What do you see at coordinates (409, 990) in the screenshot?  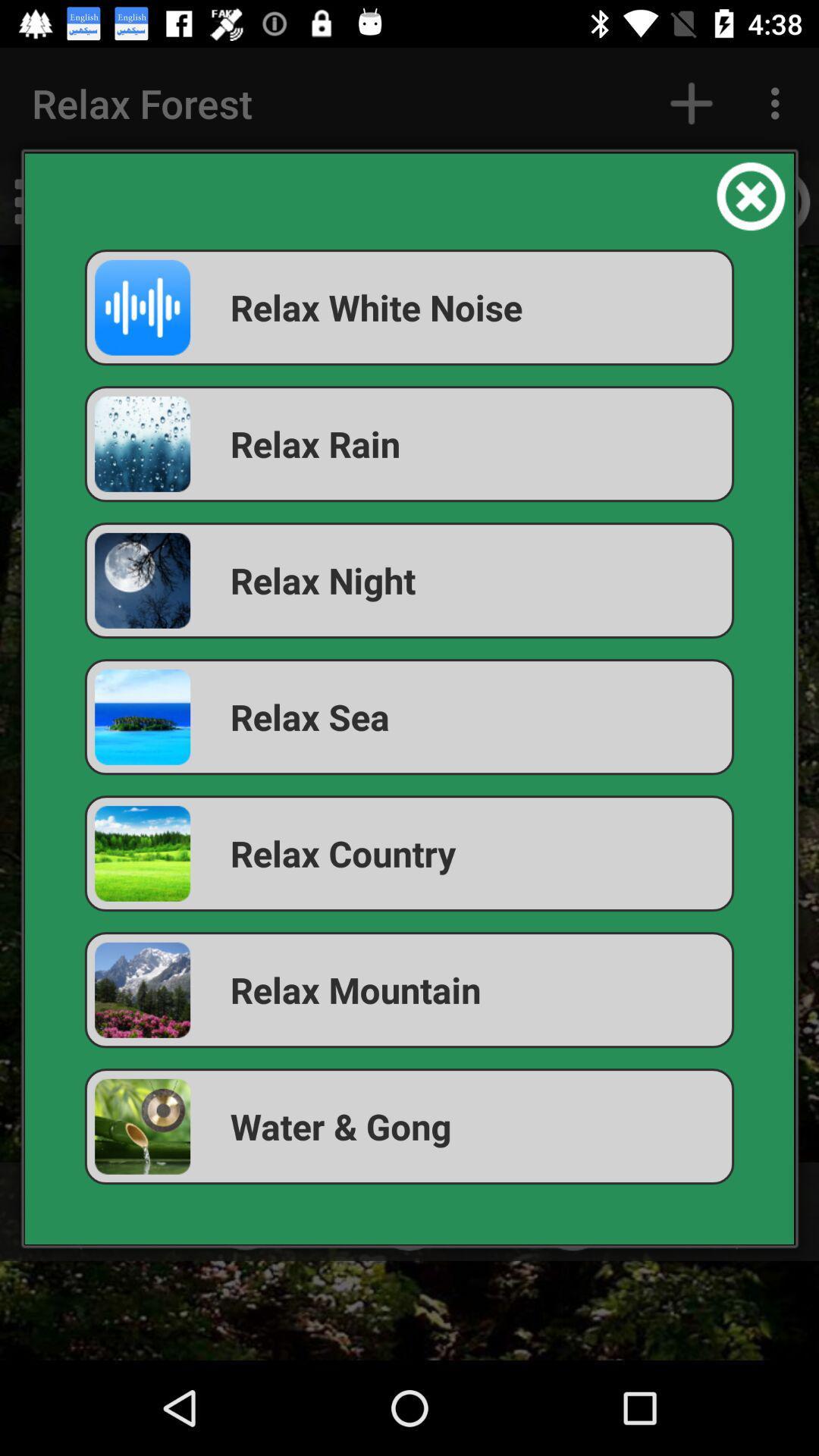 I see `the item below the relax country app` at bounding box center [409, 990].